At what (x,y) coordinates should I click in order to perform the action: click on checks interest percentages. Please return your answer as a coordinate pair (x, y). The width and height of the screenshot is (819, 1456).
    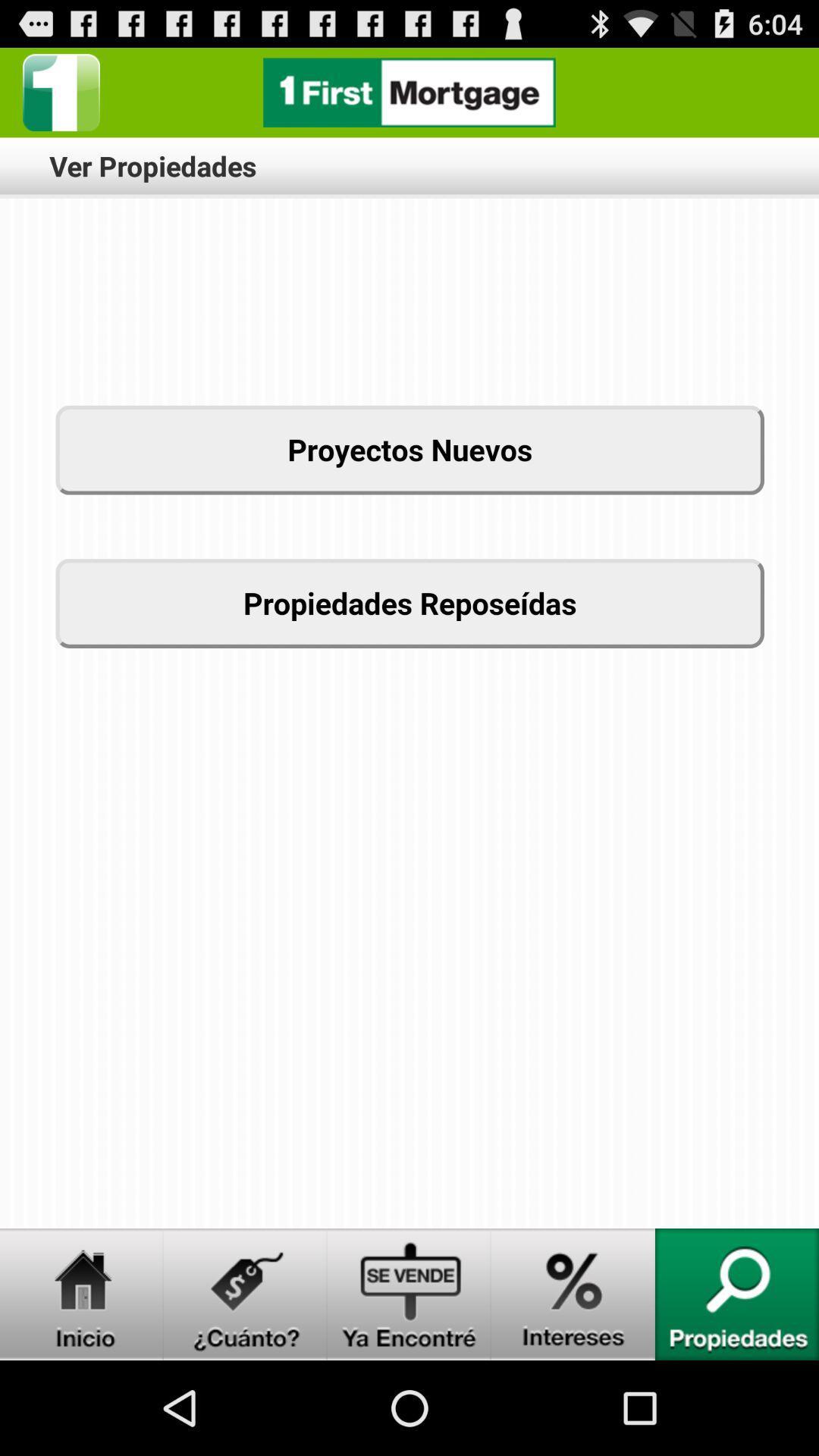
    Looking at the image, I should click on (573, 1294).